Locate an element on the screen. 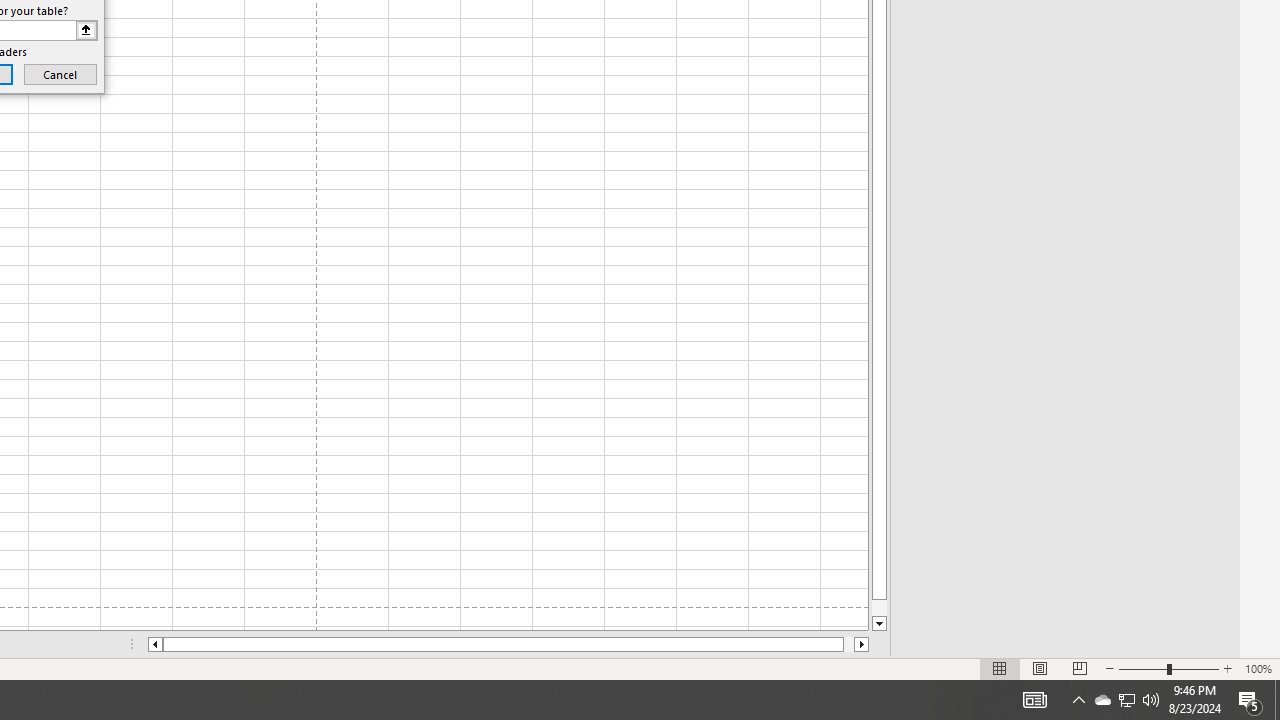  'Column left' is located at coordinates (153, 644).